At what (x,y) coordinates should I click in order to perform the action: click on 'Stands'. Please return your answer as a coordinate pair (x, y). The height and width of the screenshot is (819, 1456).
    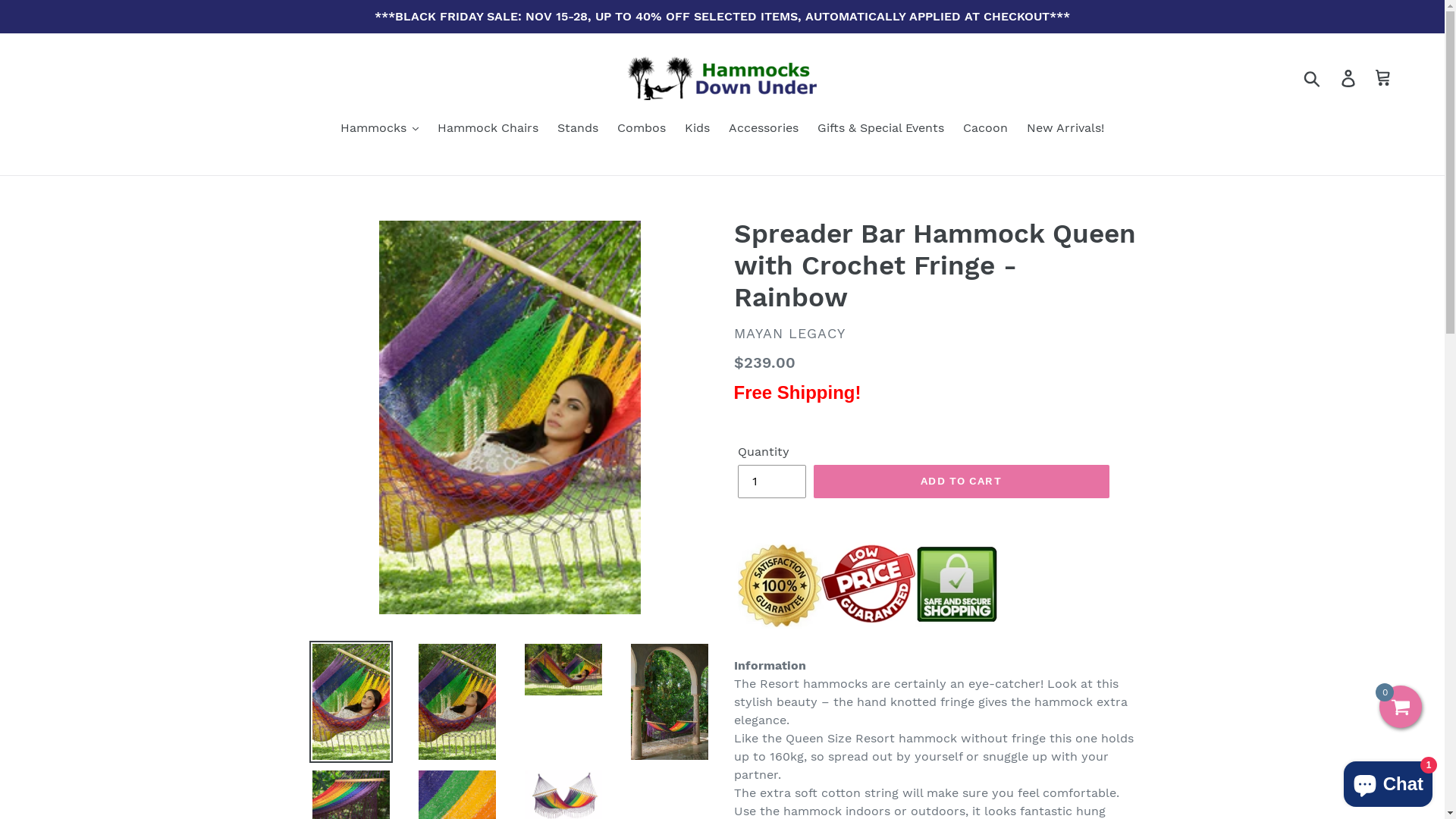
    Looking at the image, I should click on (577, 128).